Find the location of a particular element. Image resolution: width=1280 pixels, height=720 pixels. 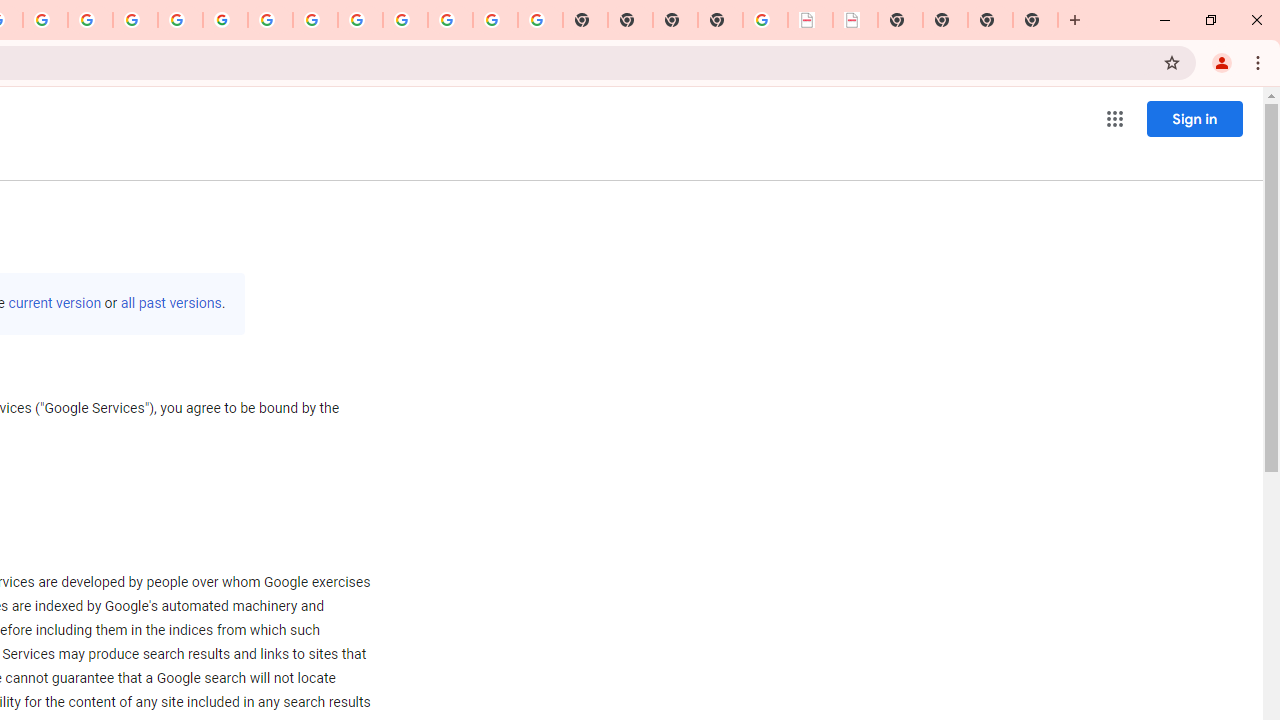

'BAE Systems Brasil | BAE Systems' is located at coordinates (855, 20).